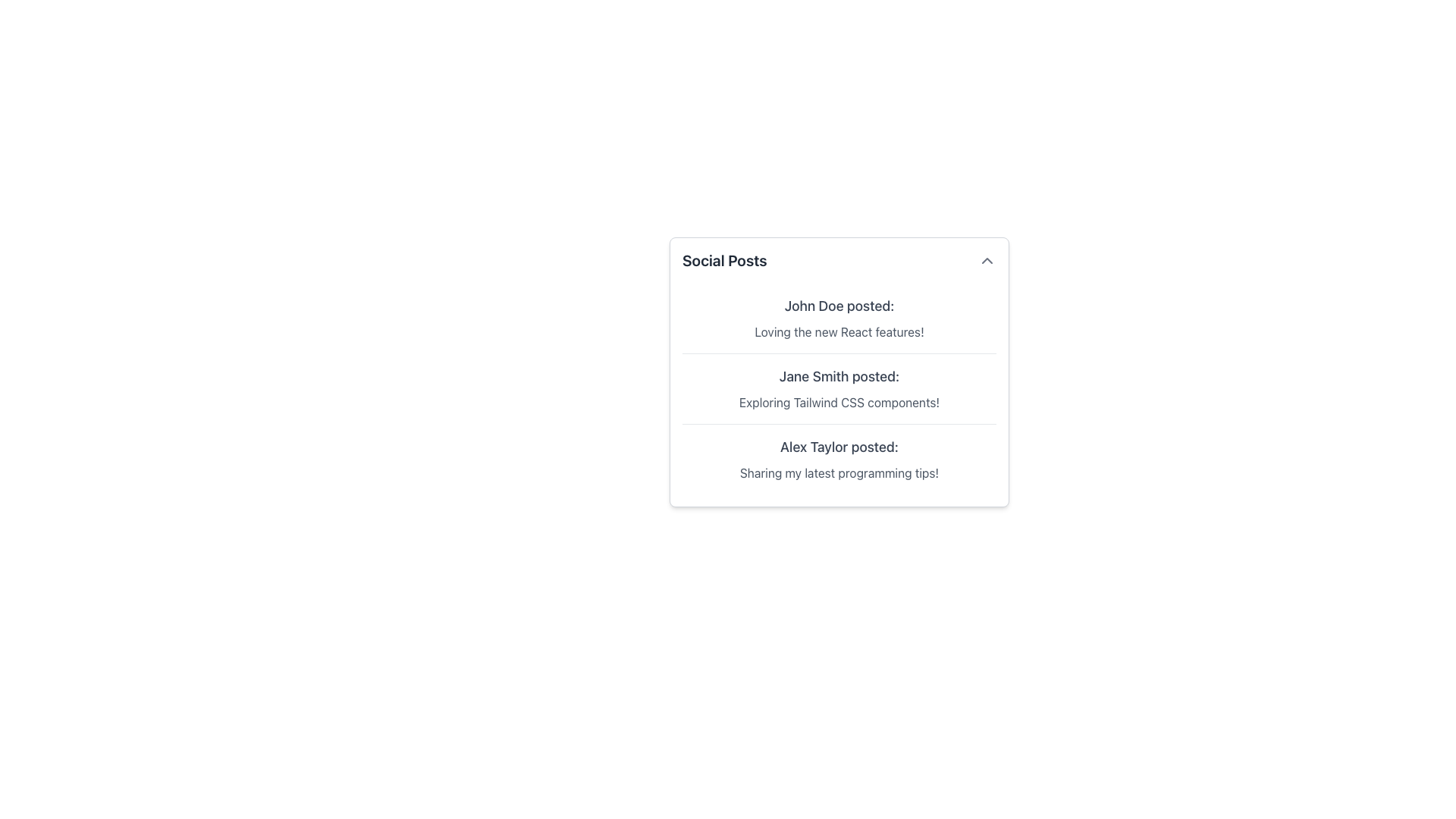 This screenshot has height=819, width=1456. What do you see at coordinates (839, 447) in the screenshot?
I see `the Text Label indicating the author 'Alex Taylor' and the context 'posted', which is located at the center-bottom section of the feed` at bounding box center [839, 447].